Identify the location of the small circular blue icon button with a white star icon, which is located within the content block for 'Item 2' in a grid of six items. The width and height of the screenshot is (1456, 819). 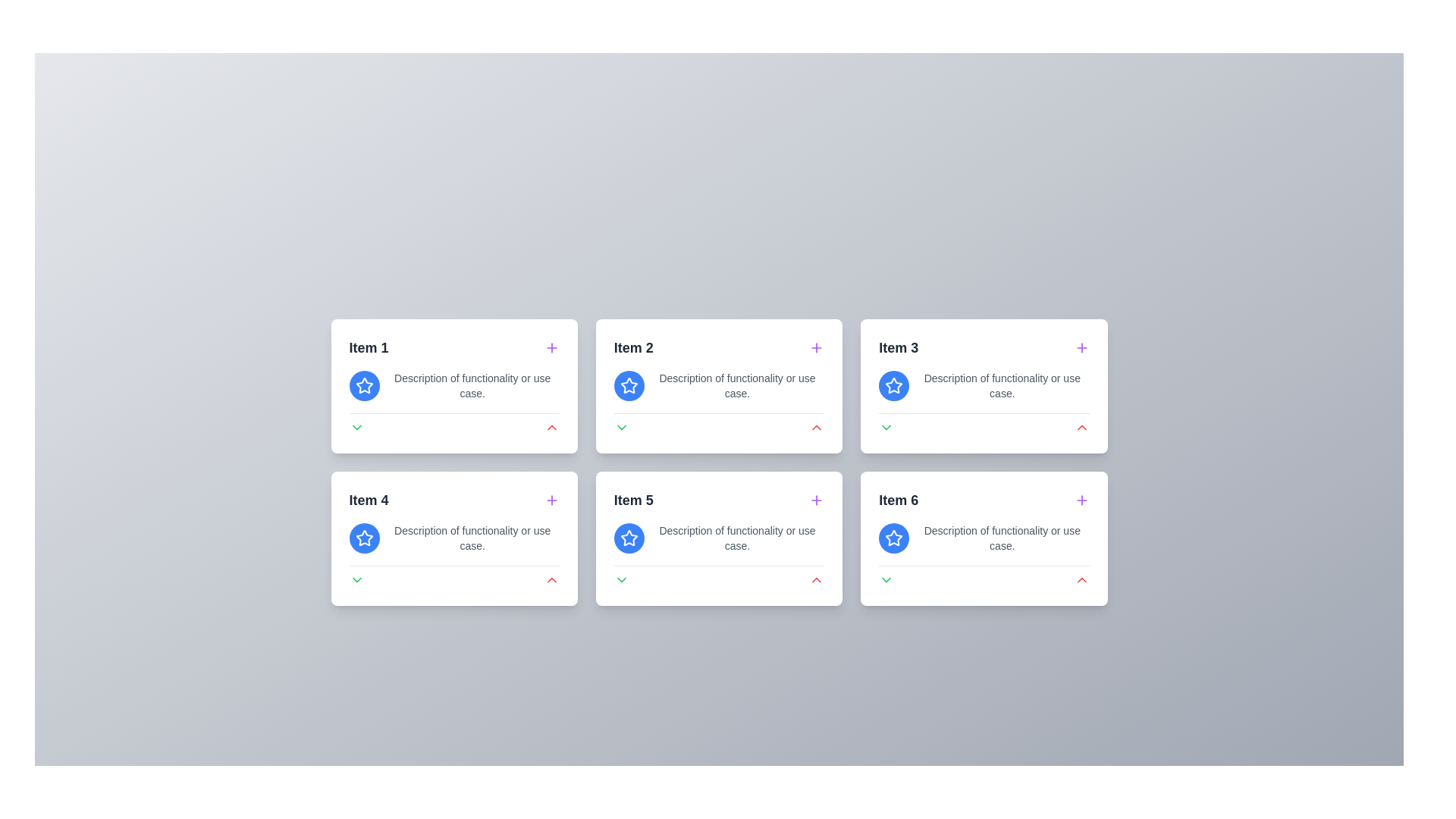
(629, 385).